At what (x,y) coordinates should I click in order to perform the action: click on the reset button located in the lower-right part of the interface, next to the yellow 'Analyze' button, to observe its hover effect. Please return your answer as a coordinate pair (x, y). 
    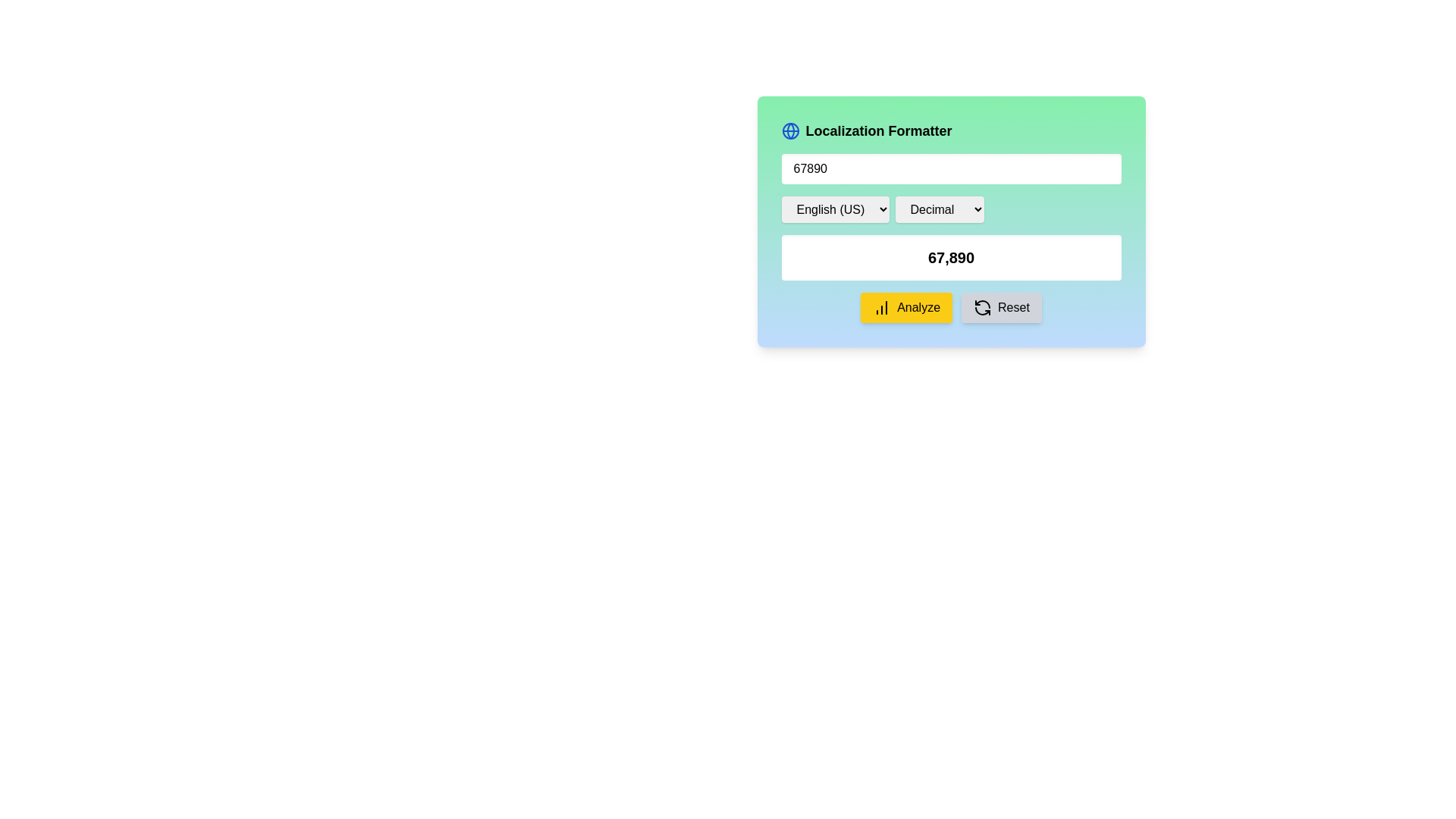
    Looking at the image, I should click on (1001, 307).